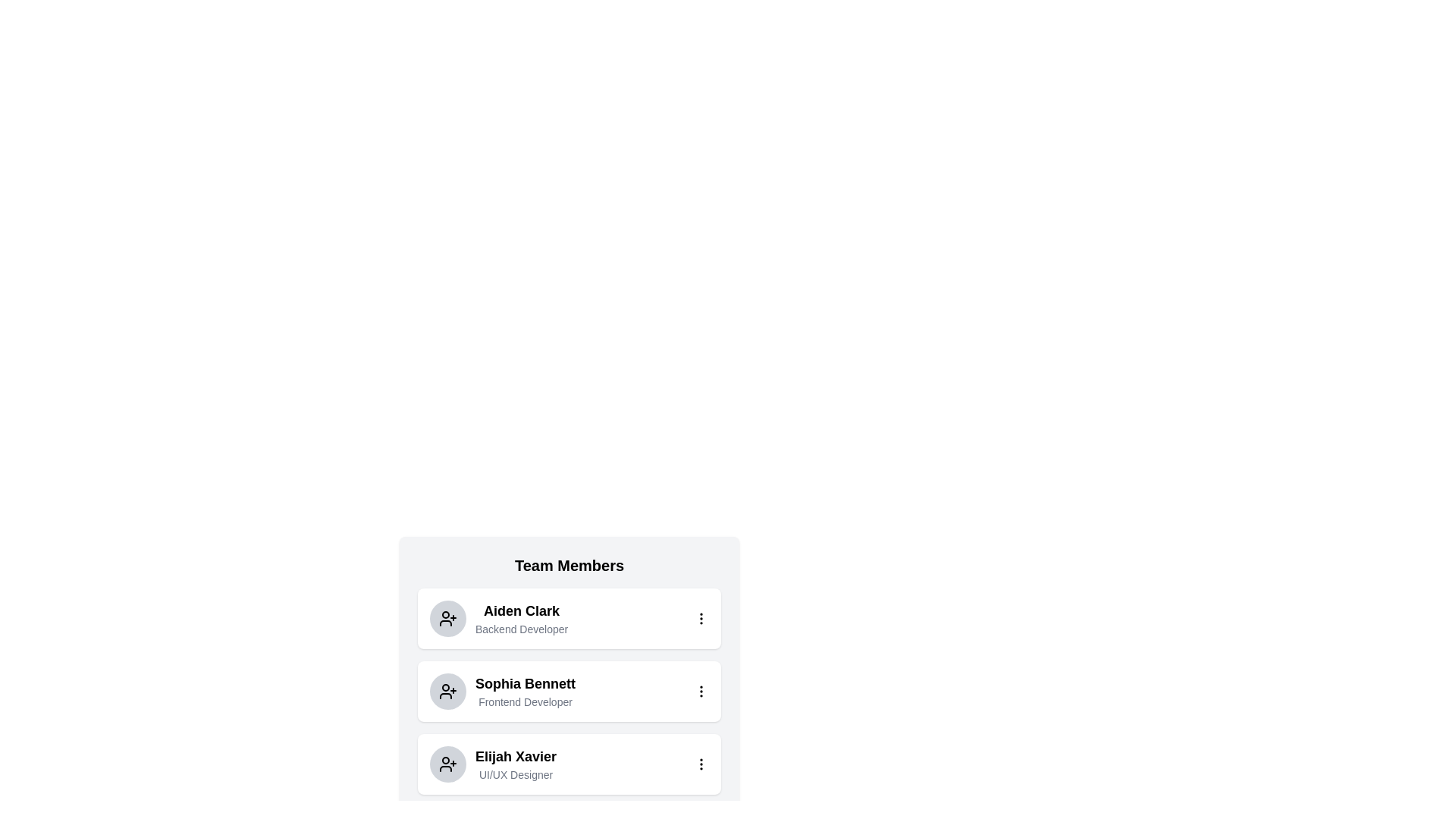 This screenshot has width=1456, height=819. Describe the element at coordinates (525, 701) in the screenshot. I see `accessibility labels of the text label displaying 'Frontend Developer', which is located below 'Sophia Bennett' in the profile section of the Team Members list` at that location.